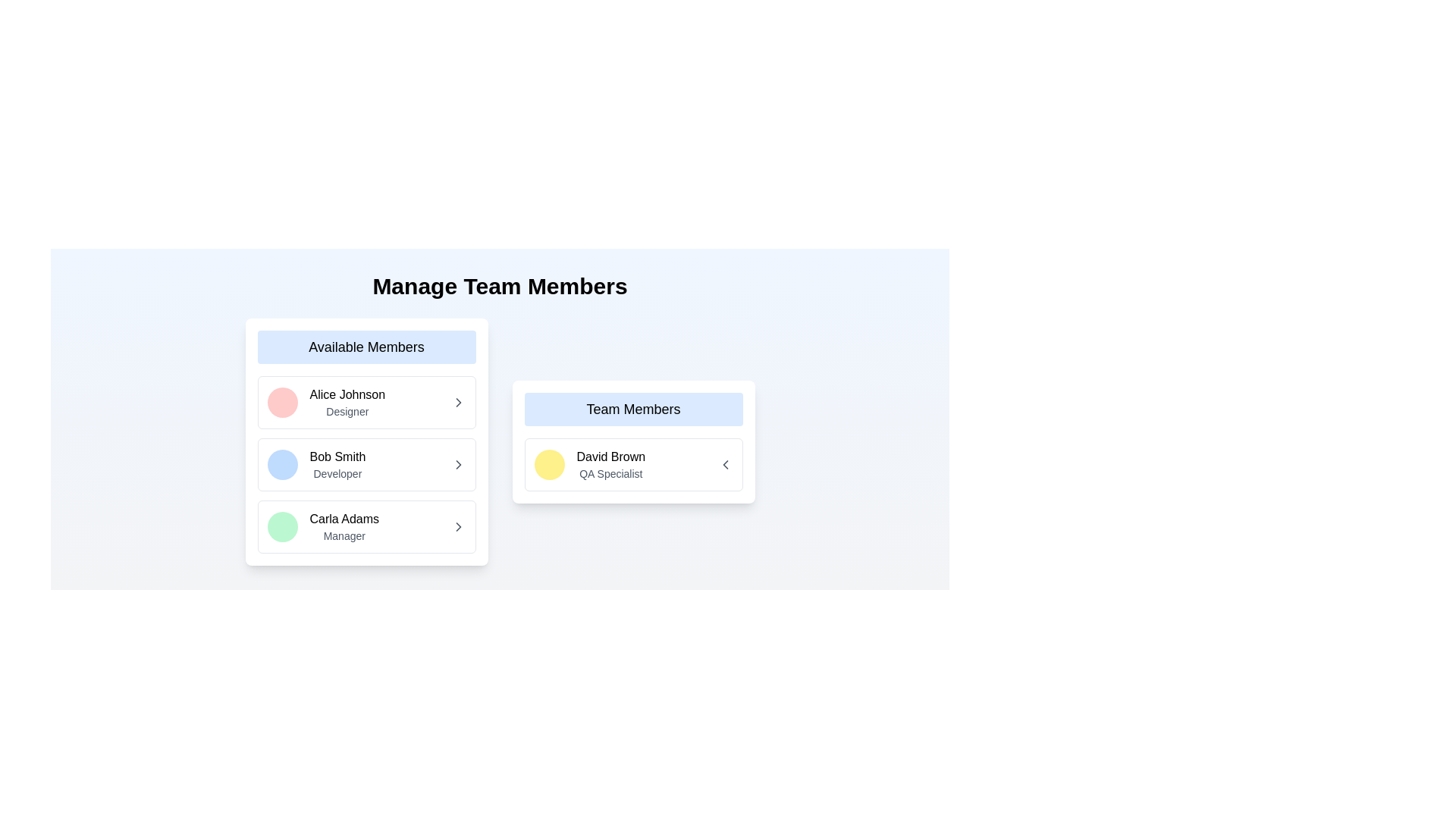 Image resolution: width=1456 pixels, height=819 pixels. What do you see at coordinates (457, 464) in the screenshot?
I see `the Chevron-Right icon located on the right side of Bob Smith's user card in the Available Members section to trigger tooltip or visual feedback` at bounding box center [457, 464].